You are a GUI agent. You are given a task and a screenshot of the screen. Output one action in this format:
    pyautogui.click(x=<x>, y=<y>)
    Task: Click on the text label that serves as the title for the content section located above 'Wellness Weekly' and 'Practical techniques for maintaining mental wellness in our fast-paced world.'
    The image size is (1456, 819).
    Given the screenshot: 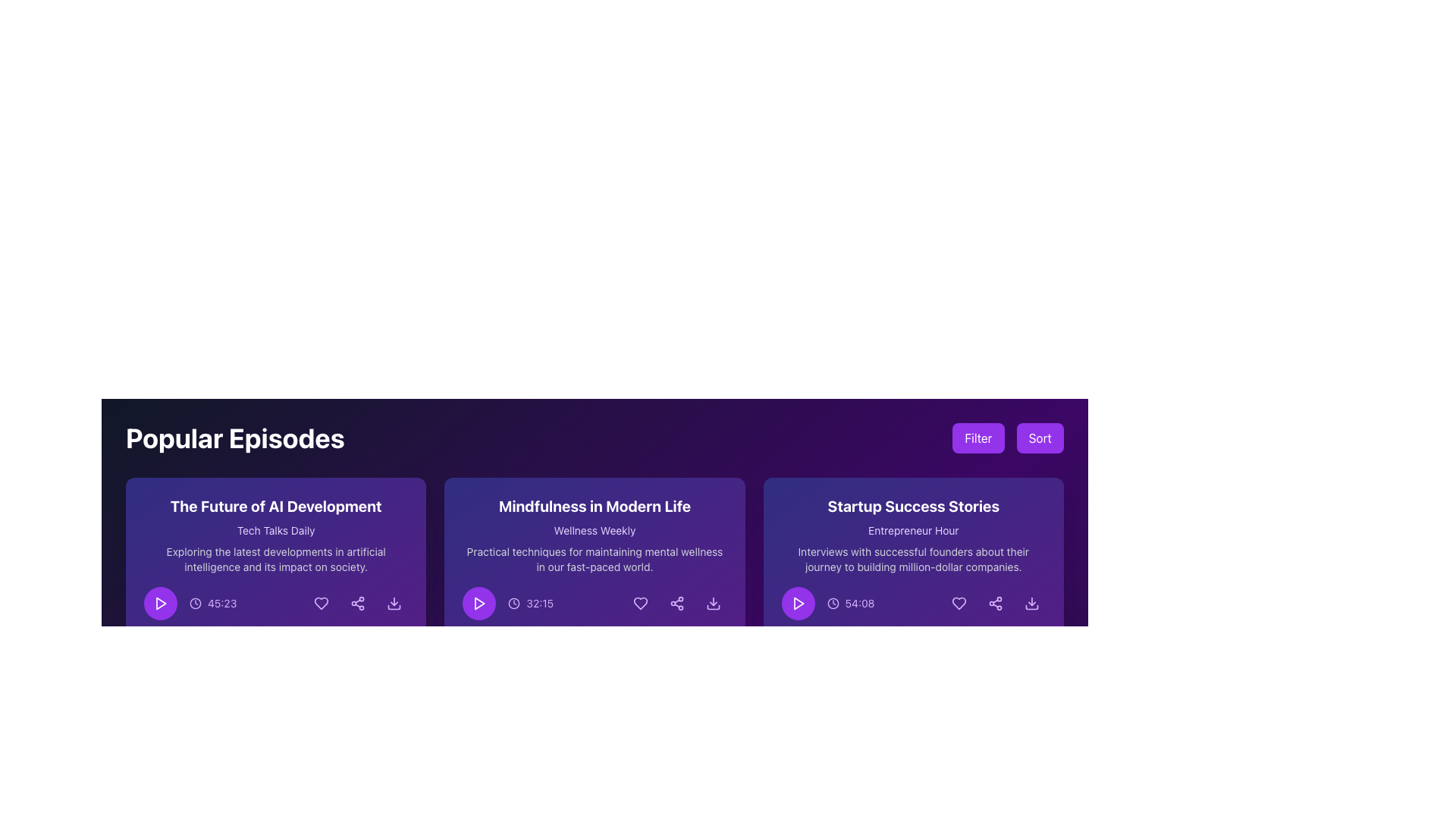 What is the action you would take?
    pyautogui.click(x=594, y=506)
    